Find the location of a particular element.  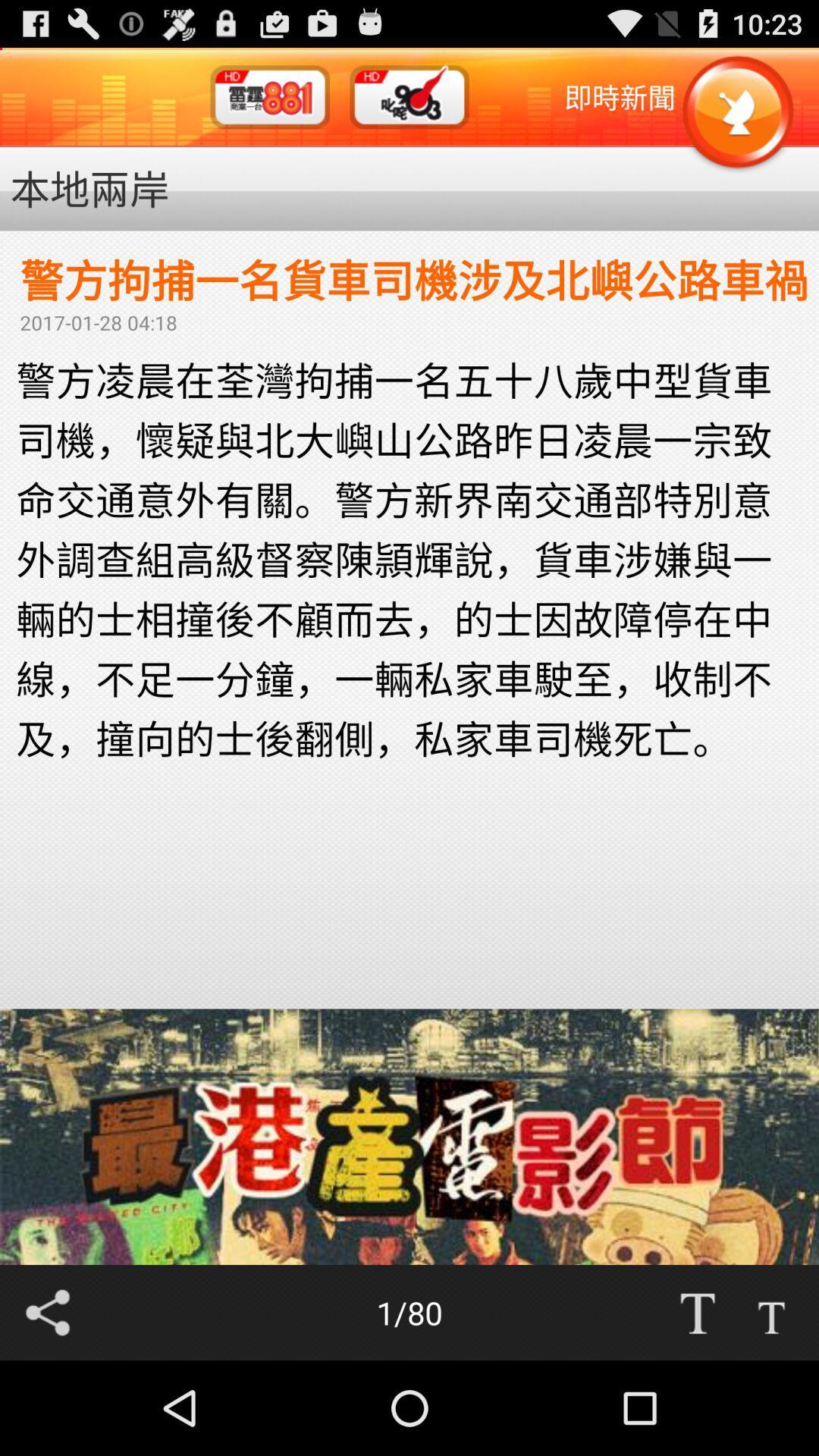

decrease font is located at coordinates (771, 1312).